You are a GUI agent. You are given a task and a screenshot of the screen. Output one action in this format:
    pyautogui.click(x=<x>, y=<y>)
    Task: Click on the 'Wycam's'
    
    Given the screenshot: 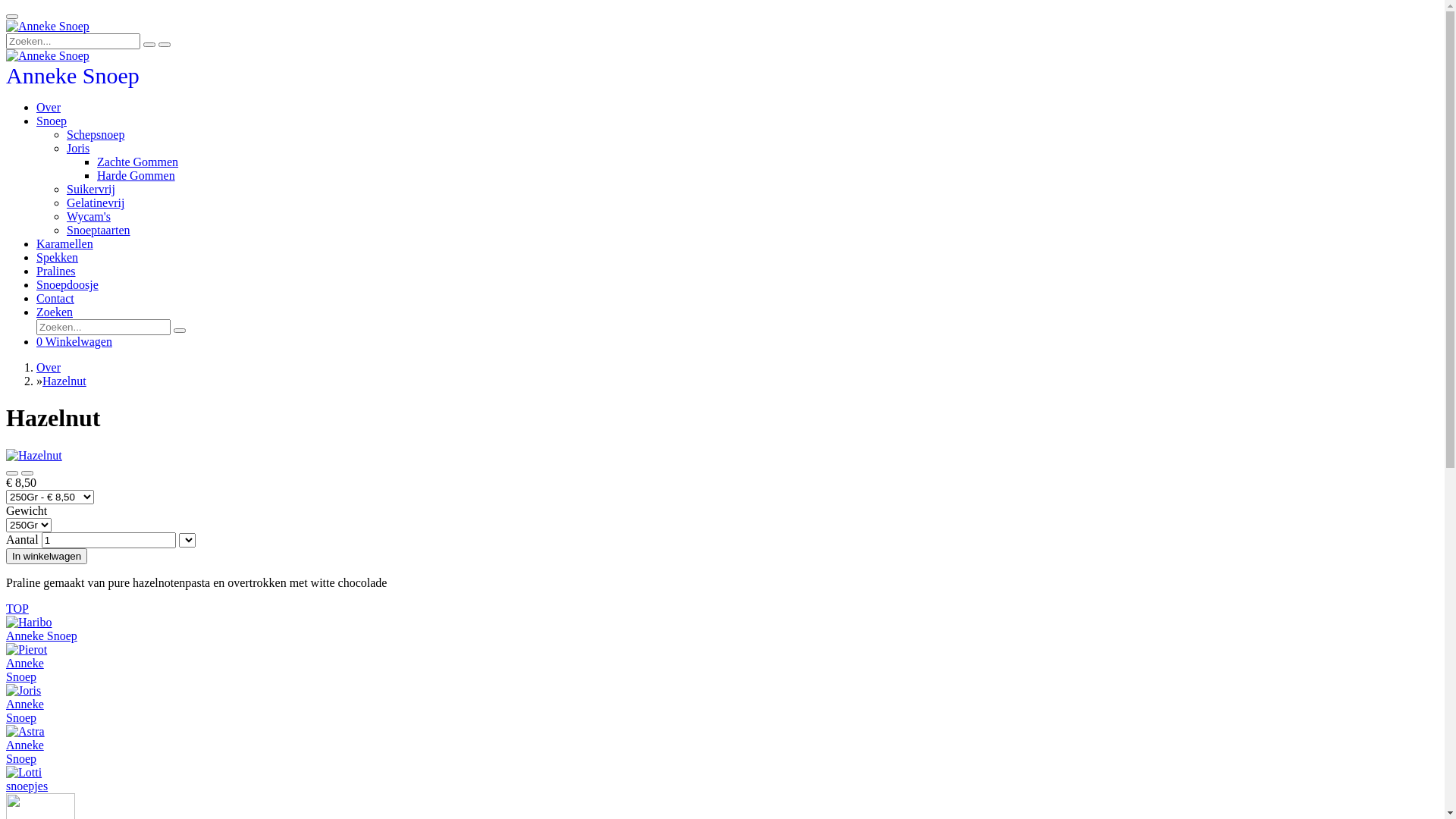 What is the action you would take?
    pyautogui.click(x=87, y=216)
    